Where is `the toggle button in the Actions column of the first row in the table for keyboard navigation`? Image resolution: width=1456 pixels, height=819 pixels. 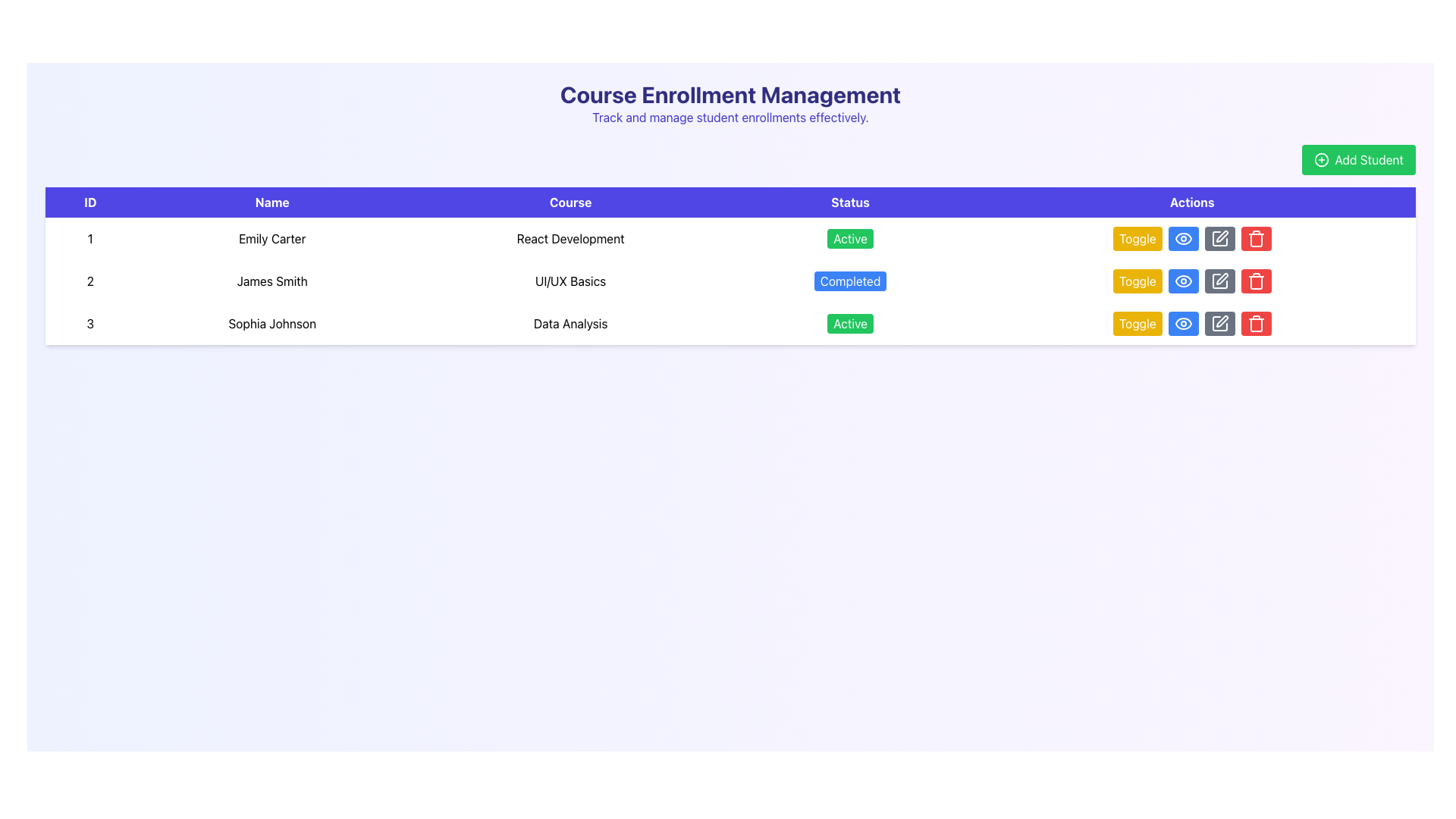
the toggle button in the Actions column of the first row in the table for keyboard navigation is located at coordinates (1137, 239).